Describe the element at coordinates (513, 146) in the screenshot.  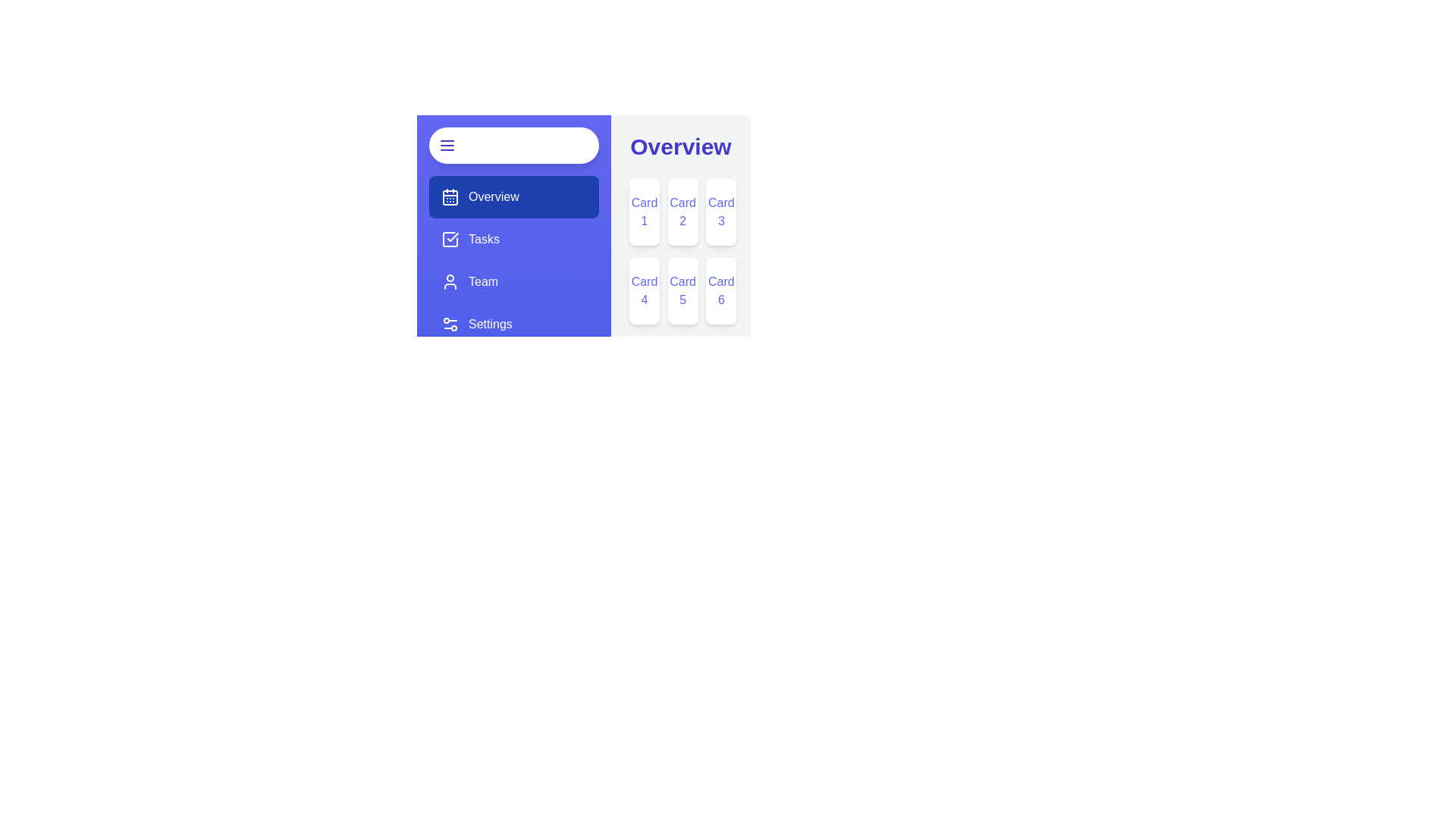
I see `the navigation drawer toggle button` at that location.